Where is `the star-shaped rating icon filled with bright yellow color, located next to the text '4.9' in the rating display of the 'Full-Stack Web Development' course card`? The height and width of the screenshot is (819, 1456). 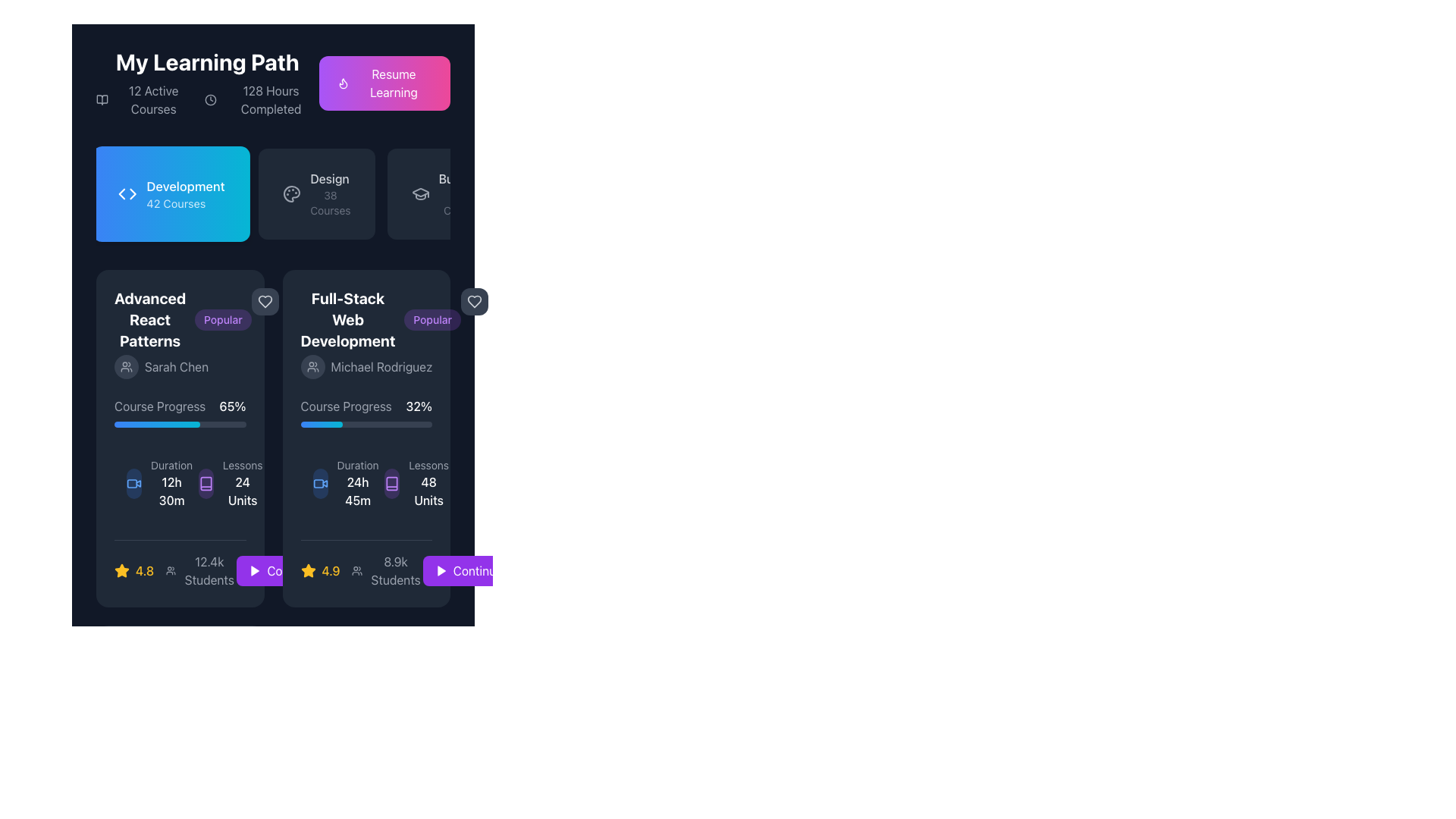 the star-shaped rating icon filled with bright yellow color, located next to the text '4.9' in the rating display of the 'Full-Stack Web Development' course card is located at coordinates (307, 570).